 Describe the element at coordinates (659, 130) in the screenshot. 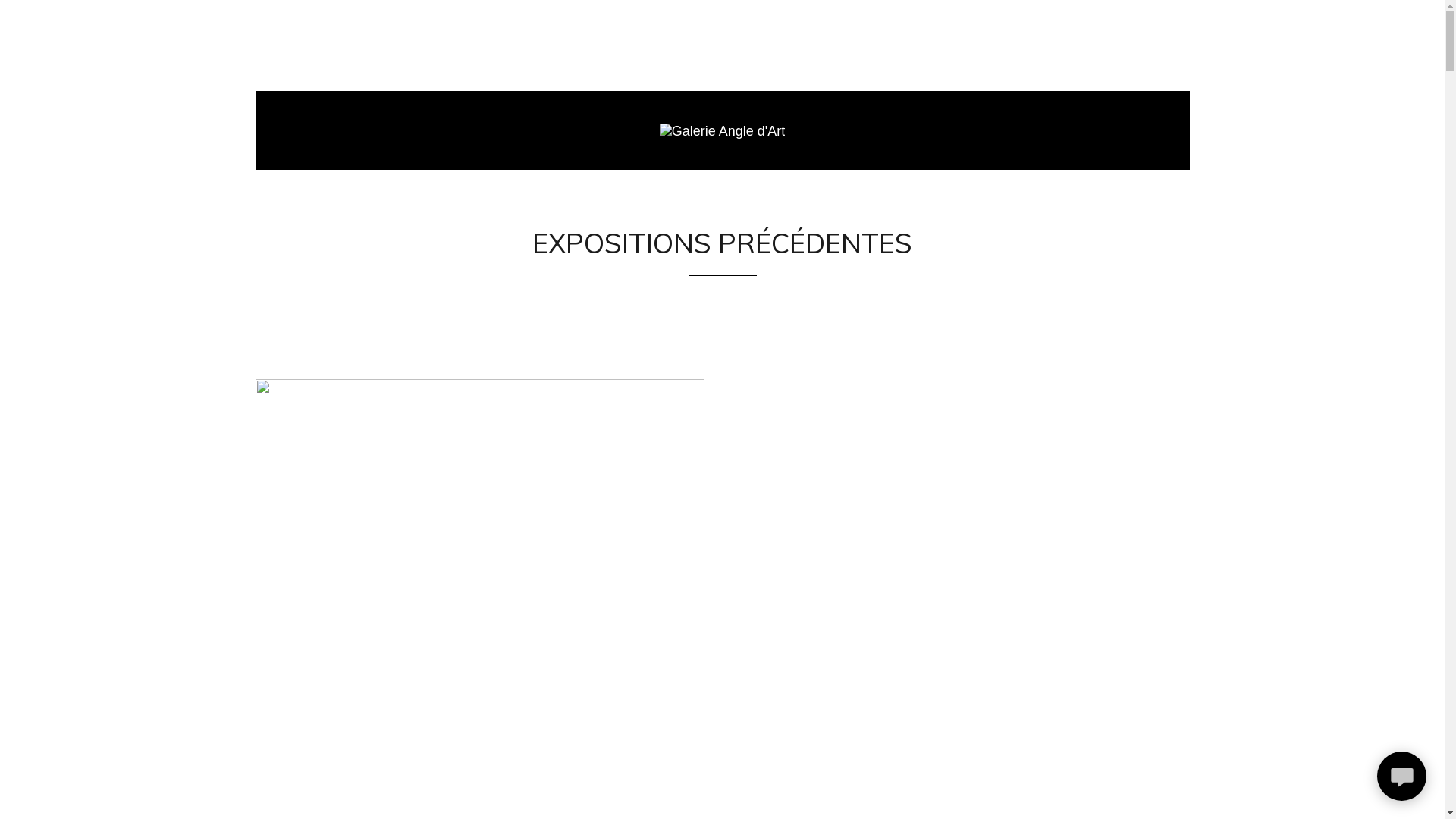

I see `'Galerie Angle d'Art'` at that location.